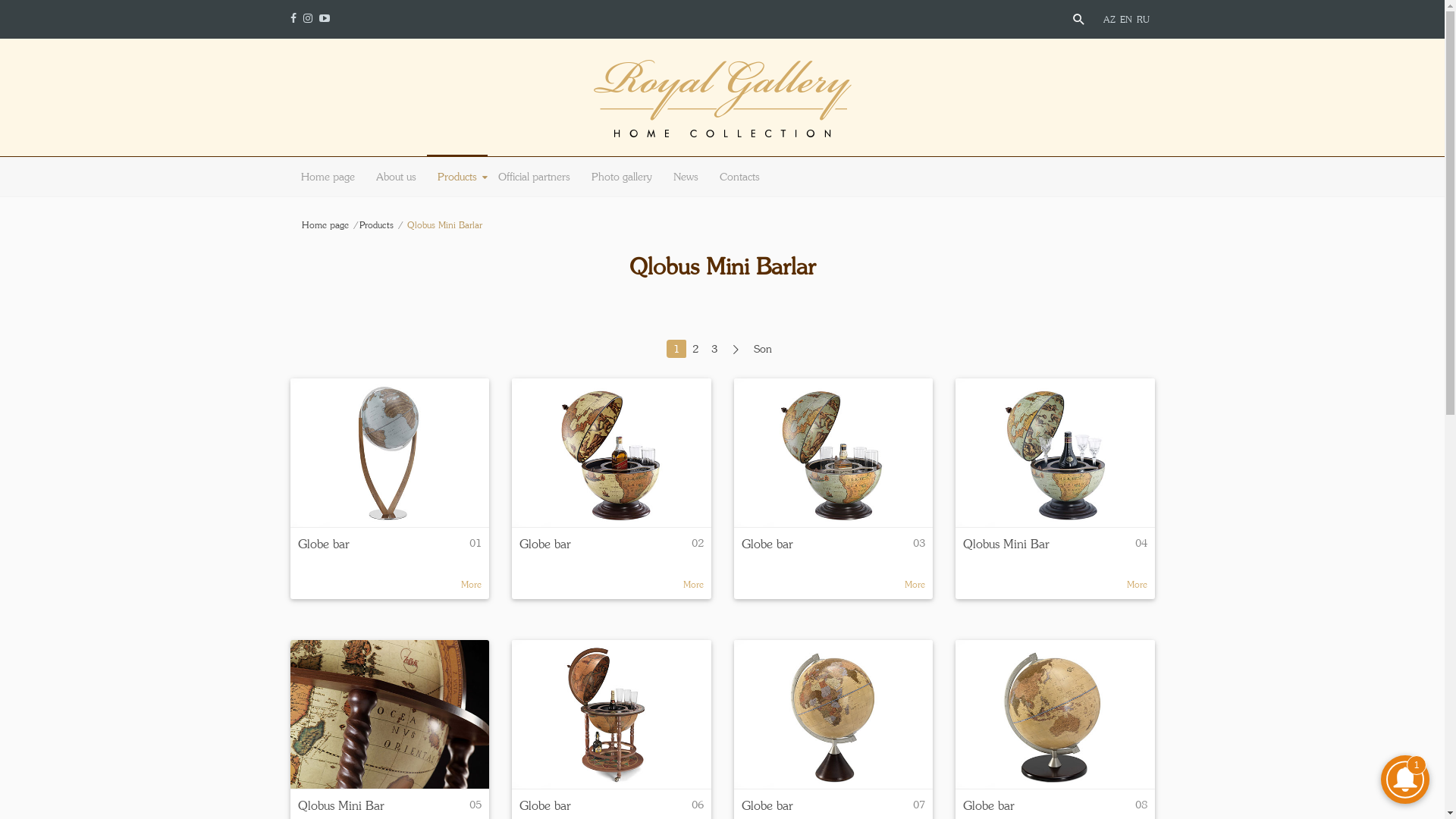 The width and height of the screenshot is (1456, 819). Describe the element at coordinates (692, 583) in the screenshot. I see `'More'` at that location.